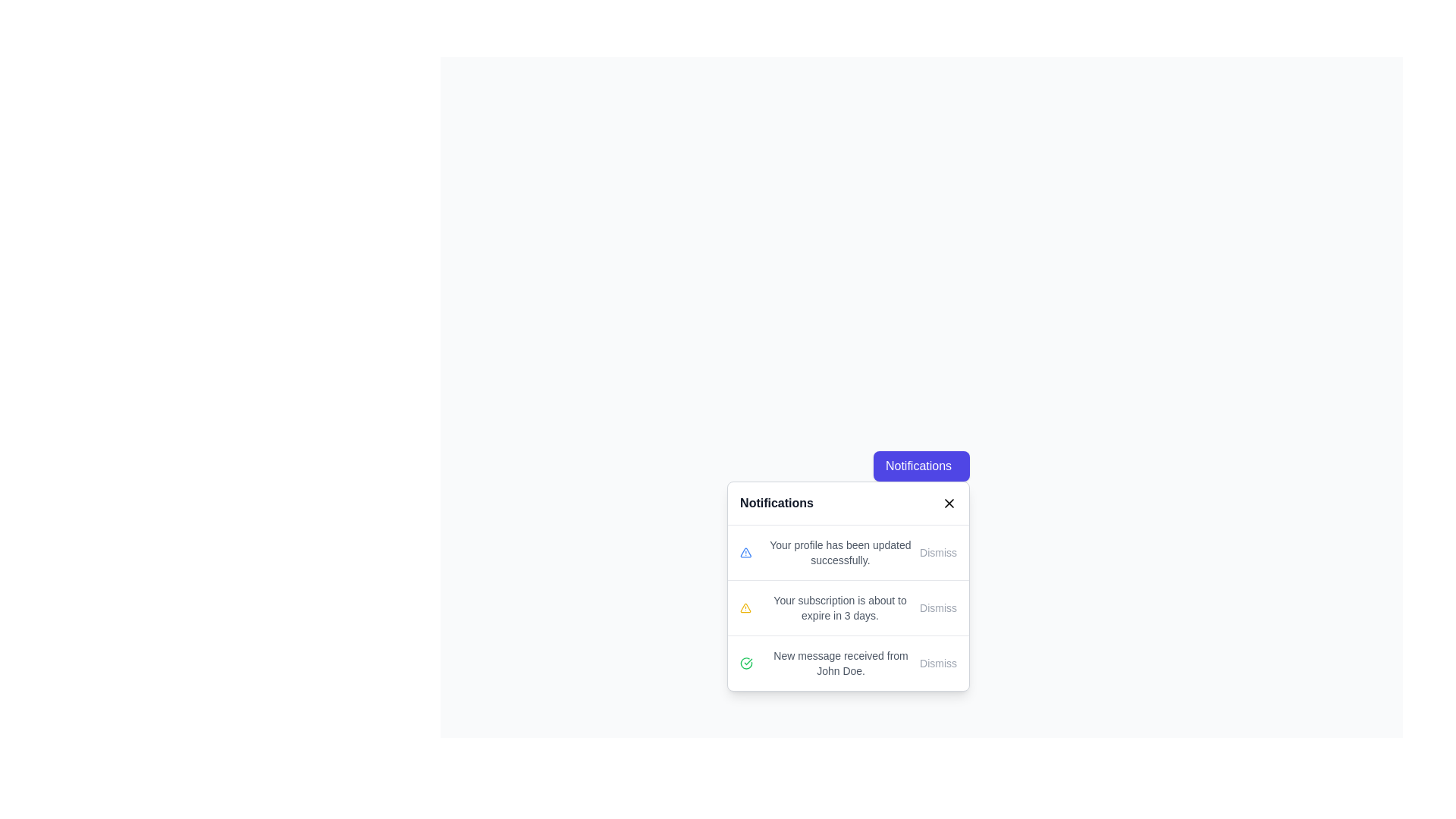  Describe the element at coordinates (921, 465) in the screenshot. I see `the 'Notifications' button, a rectangular button with a blue background and white text, located in the upper-right section above a notification dropdown` at that location.